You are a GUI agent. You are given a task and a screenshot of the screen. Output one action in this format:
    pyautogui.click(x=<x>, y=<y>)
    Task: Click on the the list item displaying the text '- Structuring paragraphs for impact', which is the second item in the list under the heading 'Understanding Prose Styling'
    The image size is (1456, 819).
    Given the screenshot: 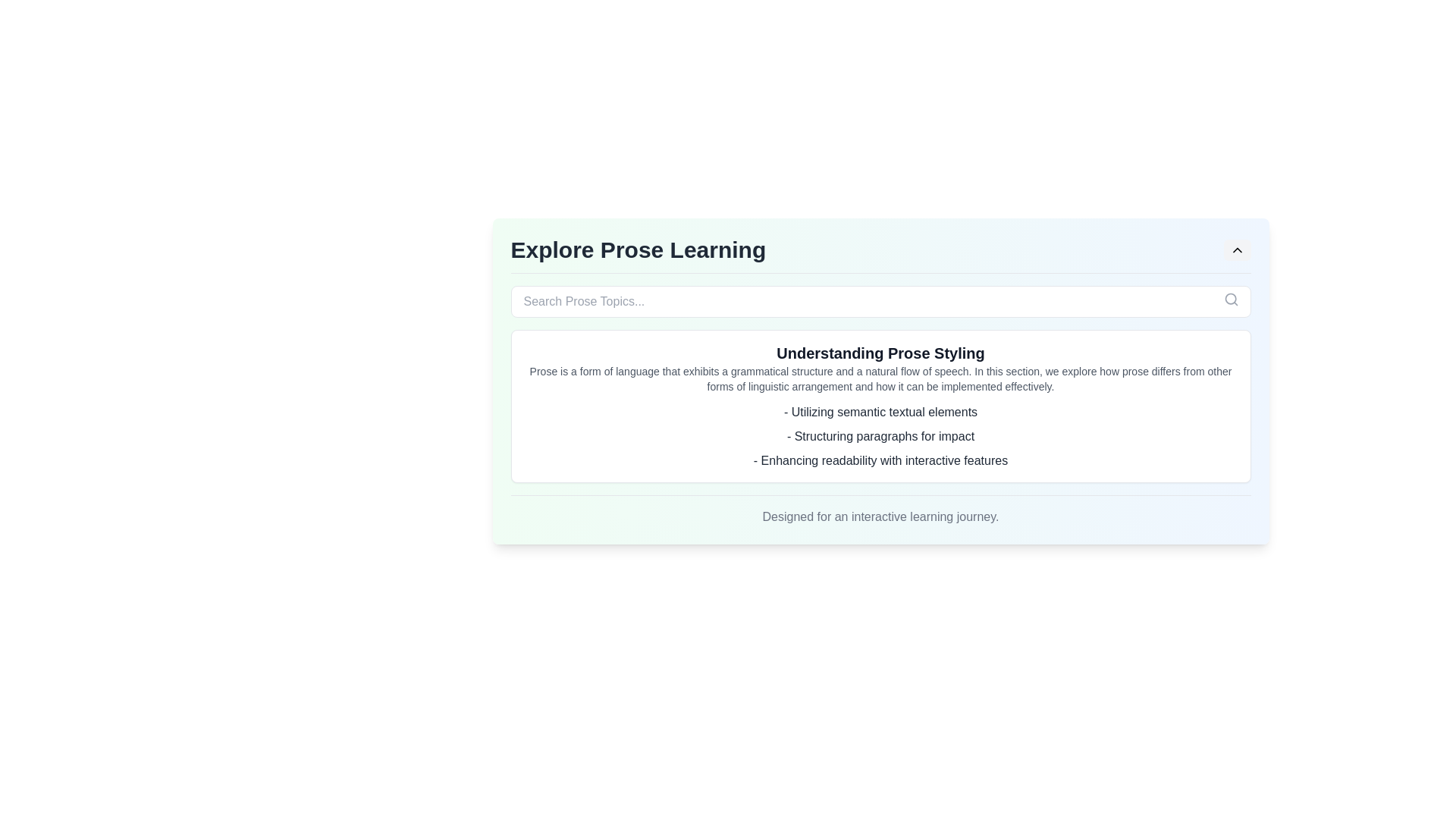 What is the action you would take?
    pyautogui.click(x=880, y=436)
    